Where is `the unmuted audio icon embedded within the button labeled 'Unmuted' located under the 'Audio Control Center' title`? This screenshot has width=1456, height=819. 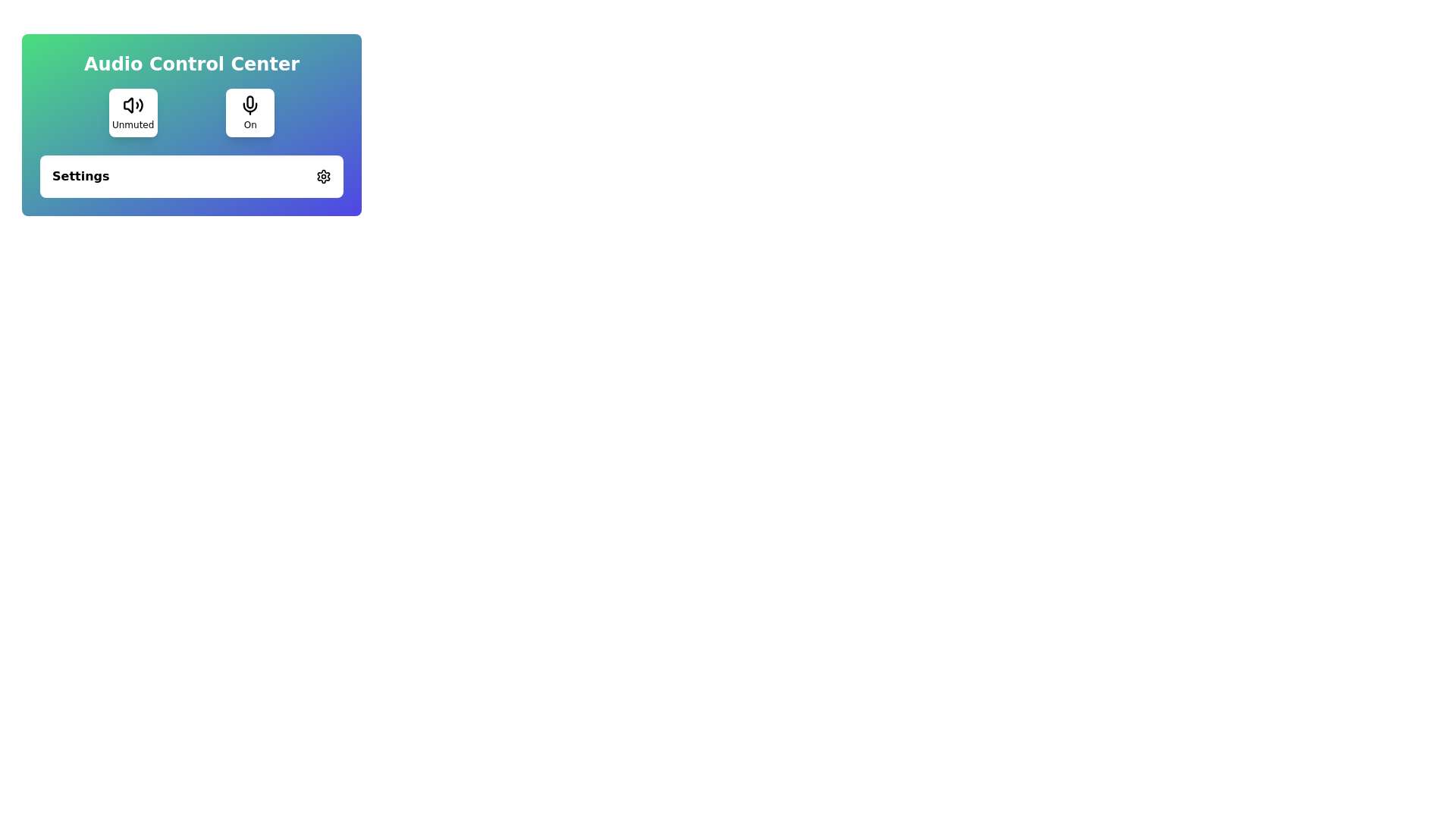 the unmuted audio icon embedded within the button labeled 'Unmuted' located under the 'Audio Control Center' title is located at coordinates (133, 104).